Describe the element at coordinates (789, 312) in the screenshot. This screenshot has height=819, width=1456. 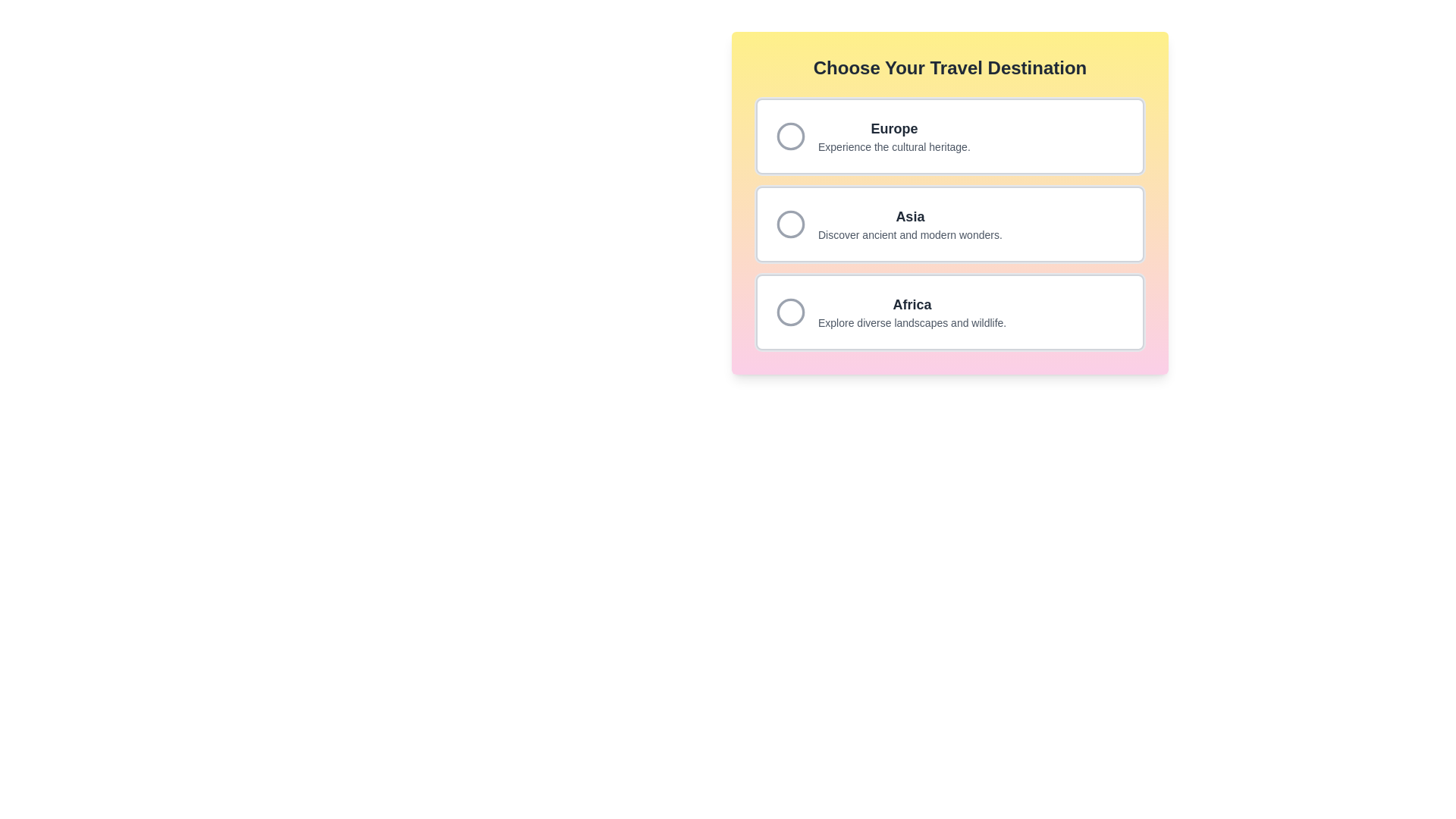
I see `the radio button for the 'Africa' travel choice` at that location.